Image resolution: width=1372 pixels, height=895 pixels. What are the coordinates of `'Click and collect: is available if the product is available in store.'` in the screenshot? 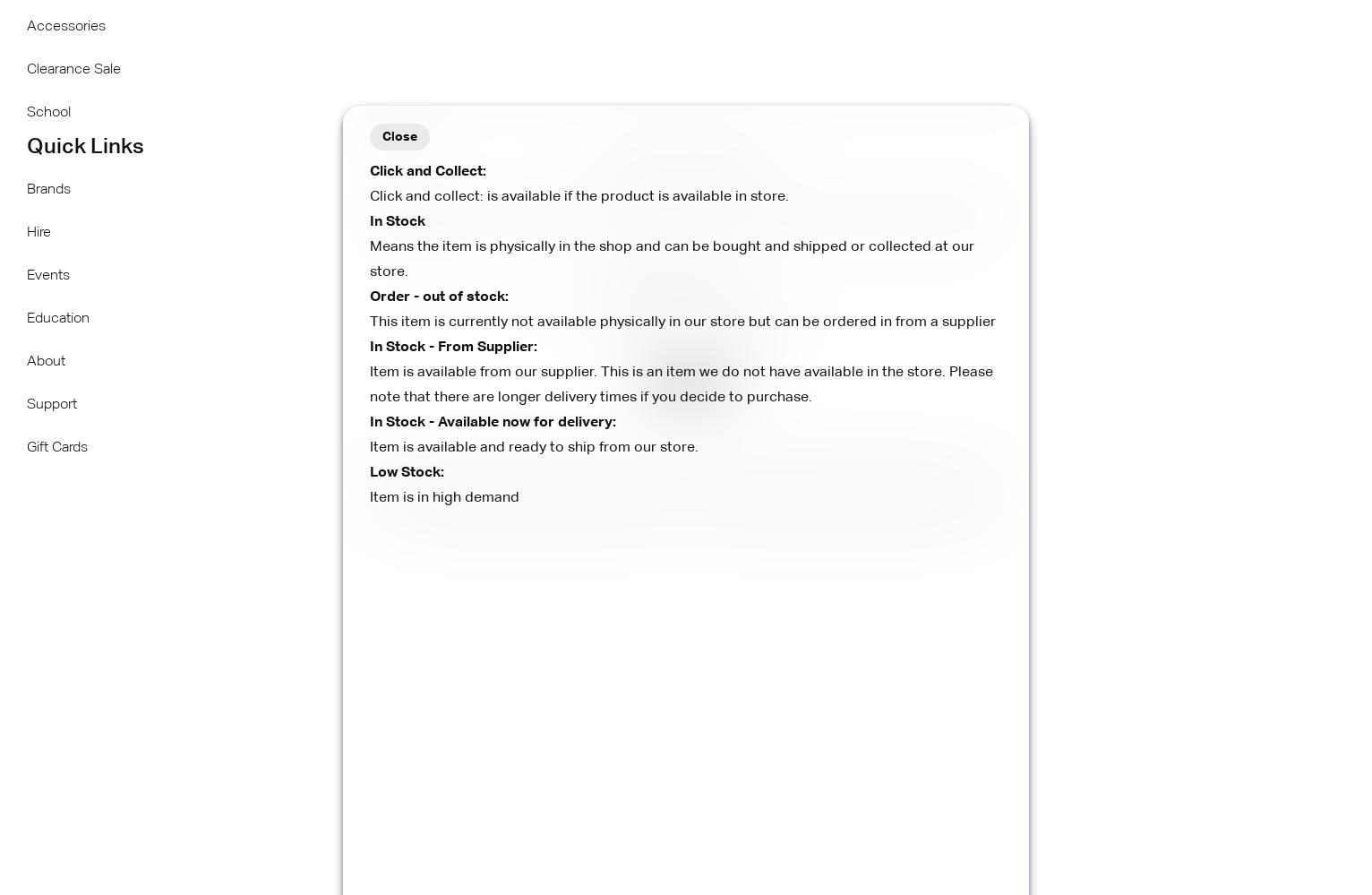 It's located at (579, 195).